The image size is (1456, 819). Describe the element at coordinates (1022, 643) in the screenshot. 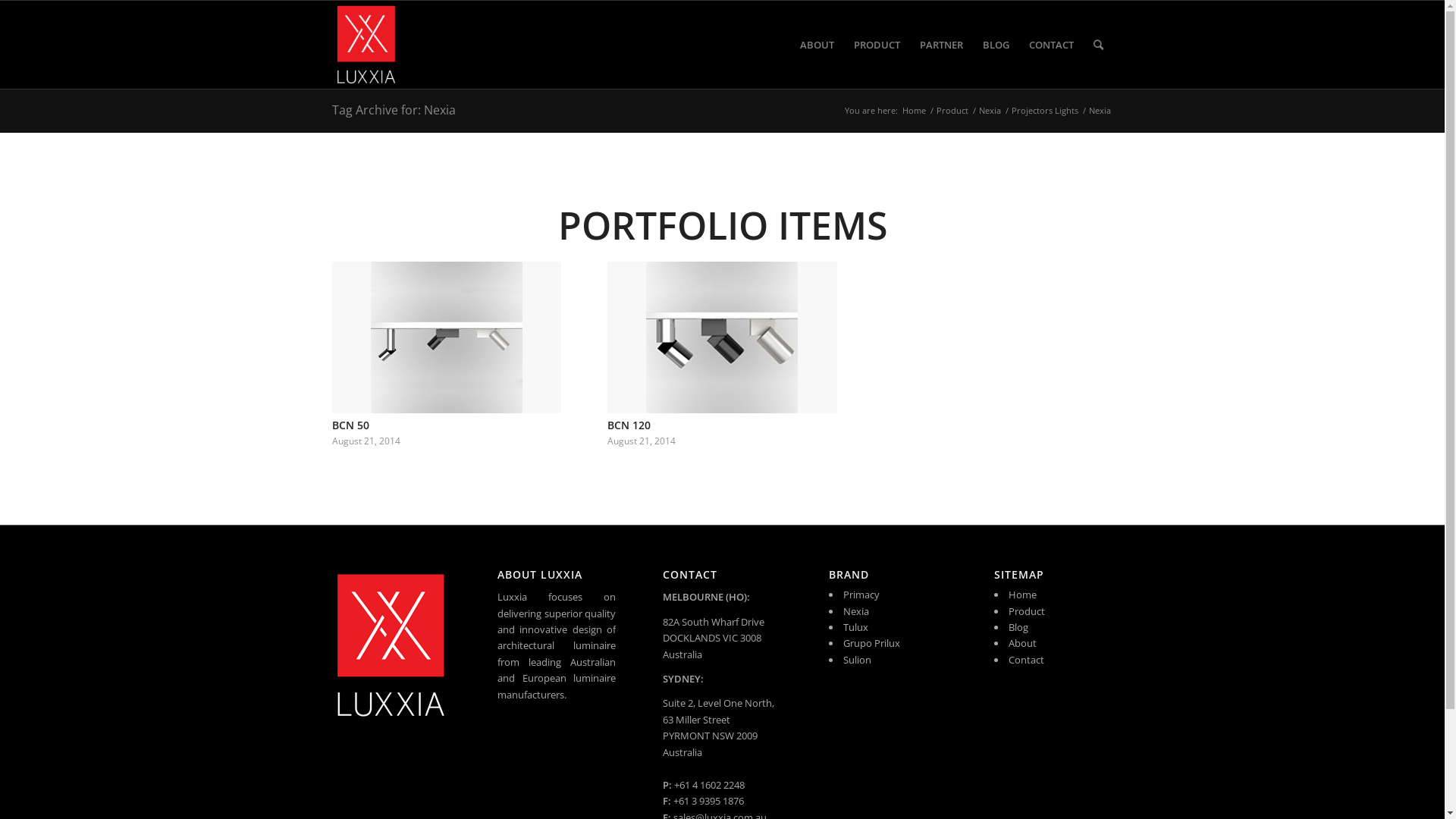

I see `'About'` at that location.